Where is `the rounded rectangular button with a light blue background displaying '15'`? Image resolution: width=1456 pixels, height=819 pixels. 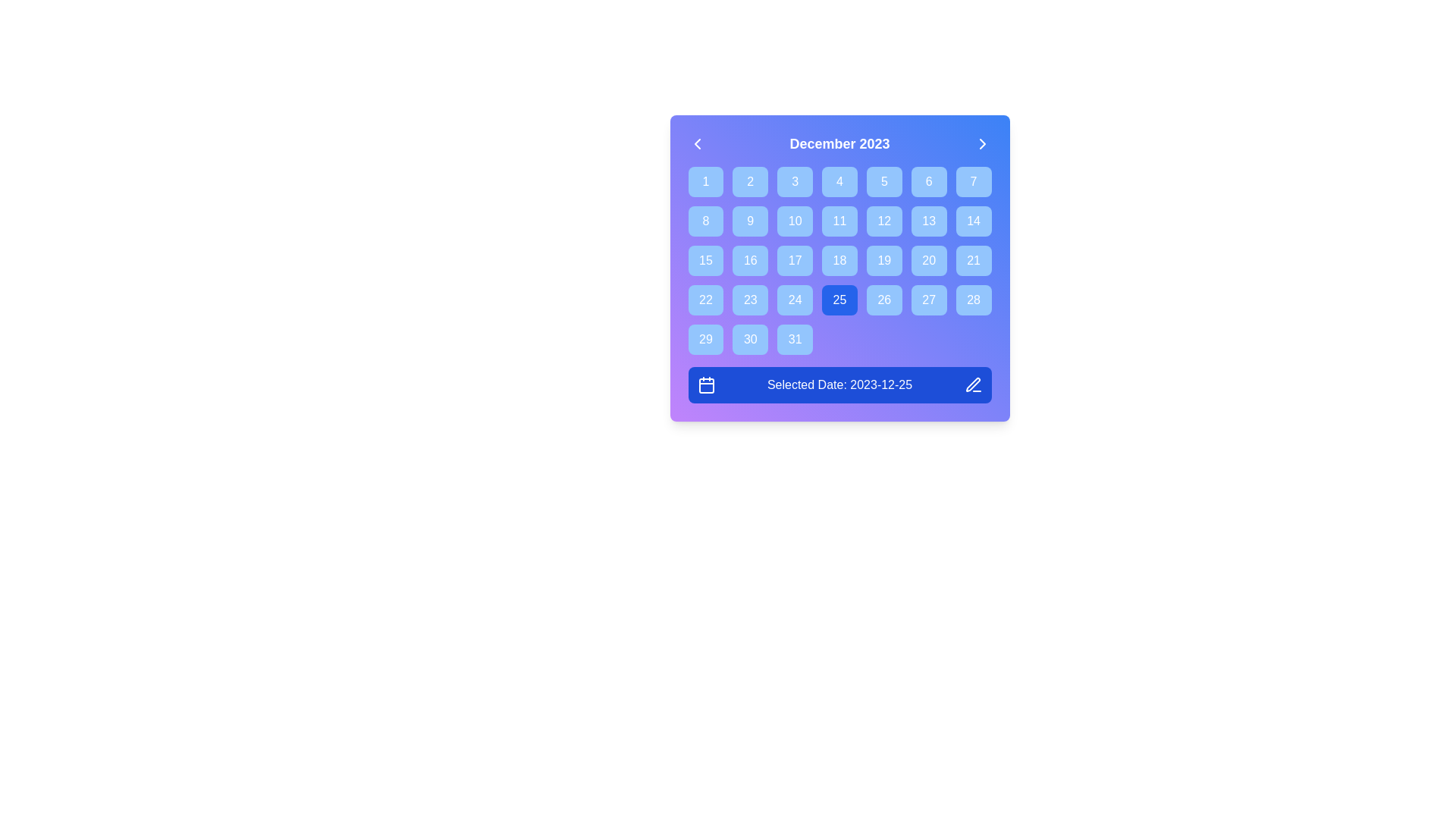
the rounded rectangular button with a light blue background displaying '15' is located at coordinates (705, 259).